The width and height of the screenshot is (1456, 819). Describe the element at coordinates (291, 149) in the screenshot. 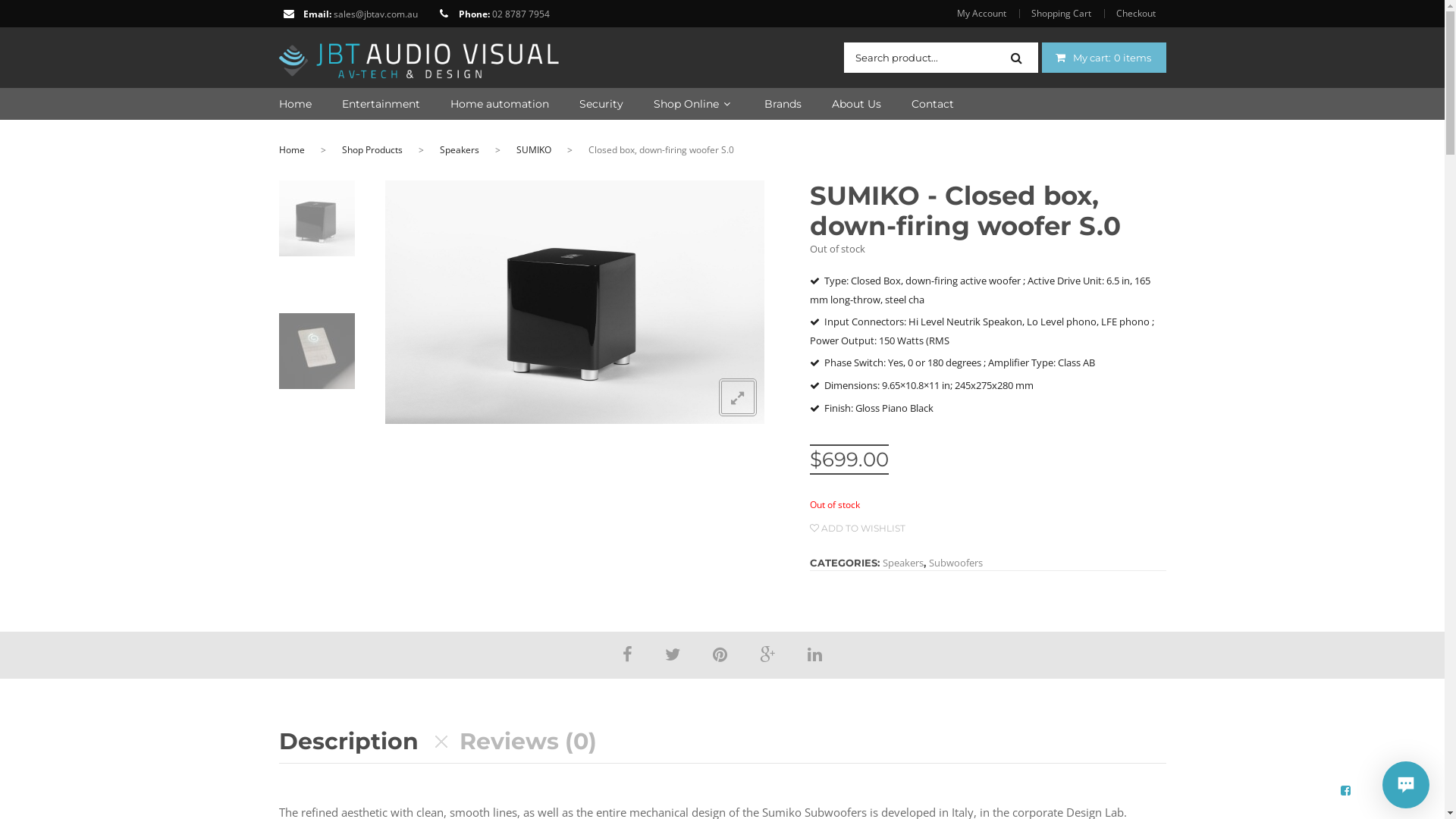

I see `'Home'` at that location.